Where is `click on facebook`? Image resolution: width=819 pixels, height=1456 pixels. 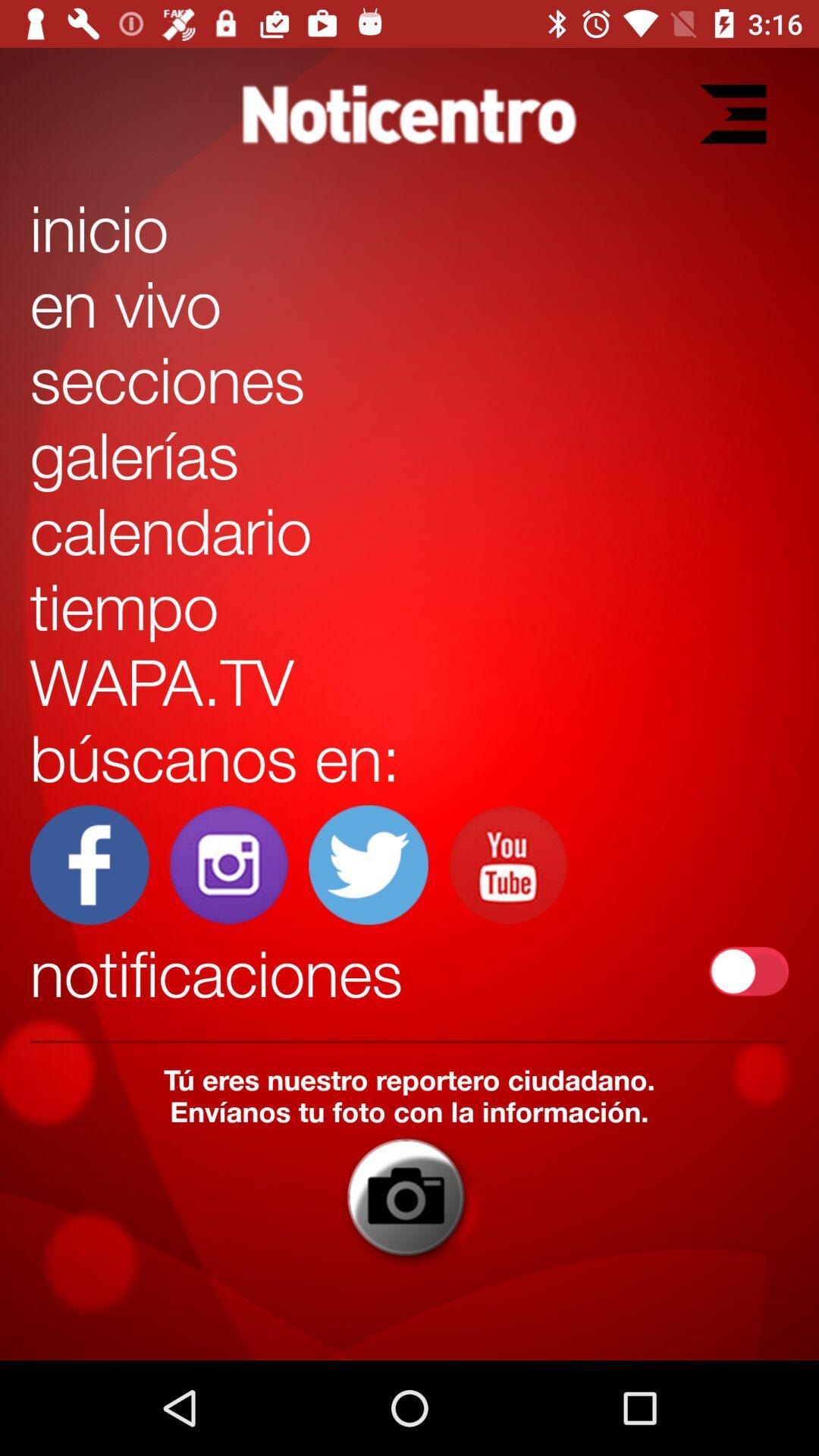 click on facebook is located at coordinates (89, 864).